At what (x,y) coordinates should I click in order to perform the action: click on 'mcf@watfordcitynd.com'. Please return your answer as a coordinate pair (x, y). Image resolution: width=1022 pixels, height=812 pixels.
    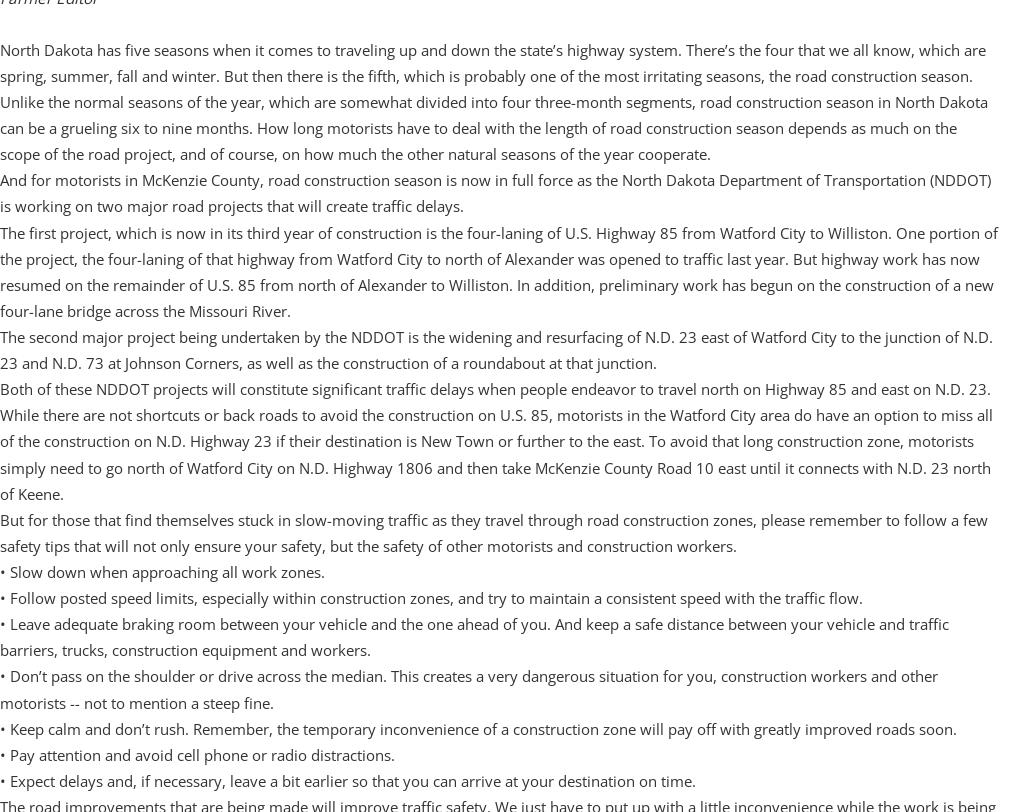
    Looking at the image, I should click on (95, 77).